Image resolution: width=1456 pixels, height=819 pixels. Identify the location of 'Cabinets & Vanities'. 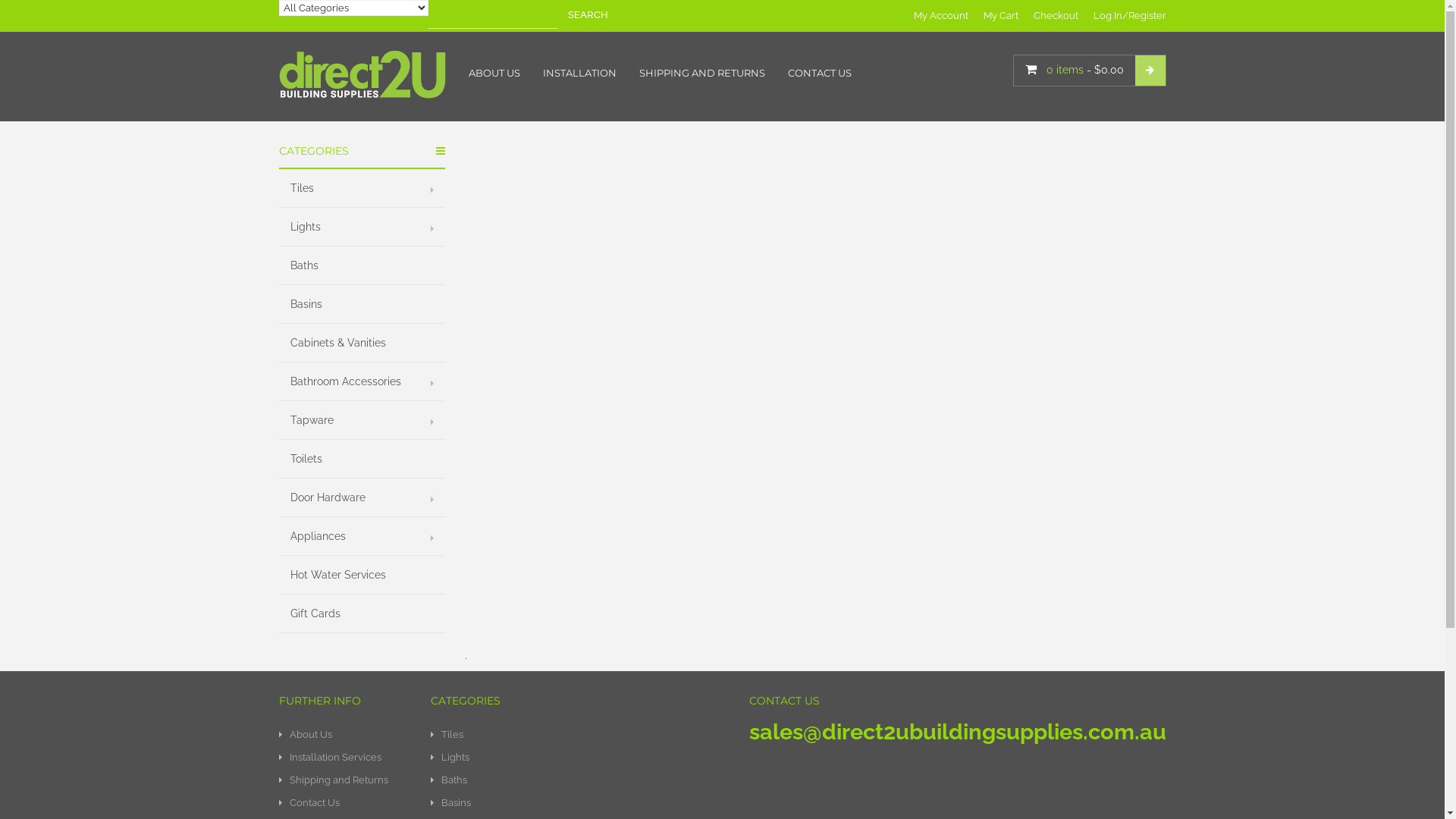
(362, 343).